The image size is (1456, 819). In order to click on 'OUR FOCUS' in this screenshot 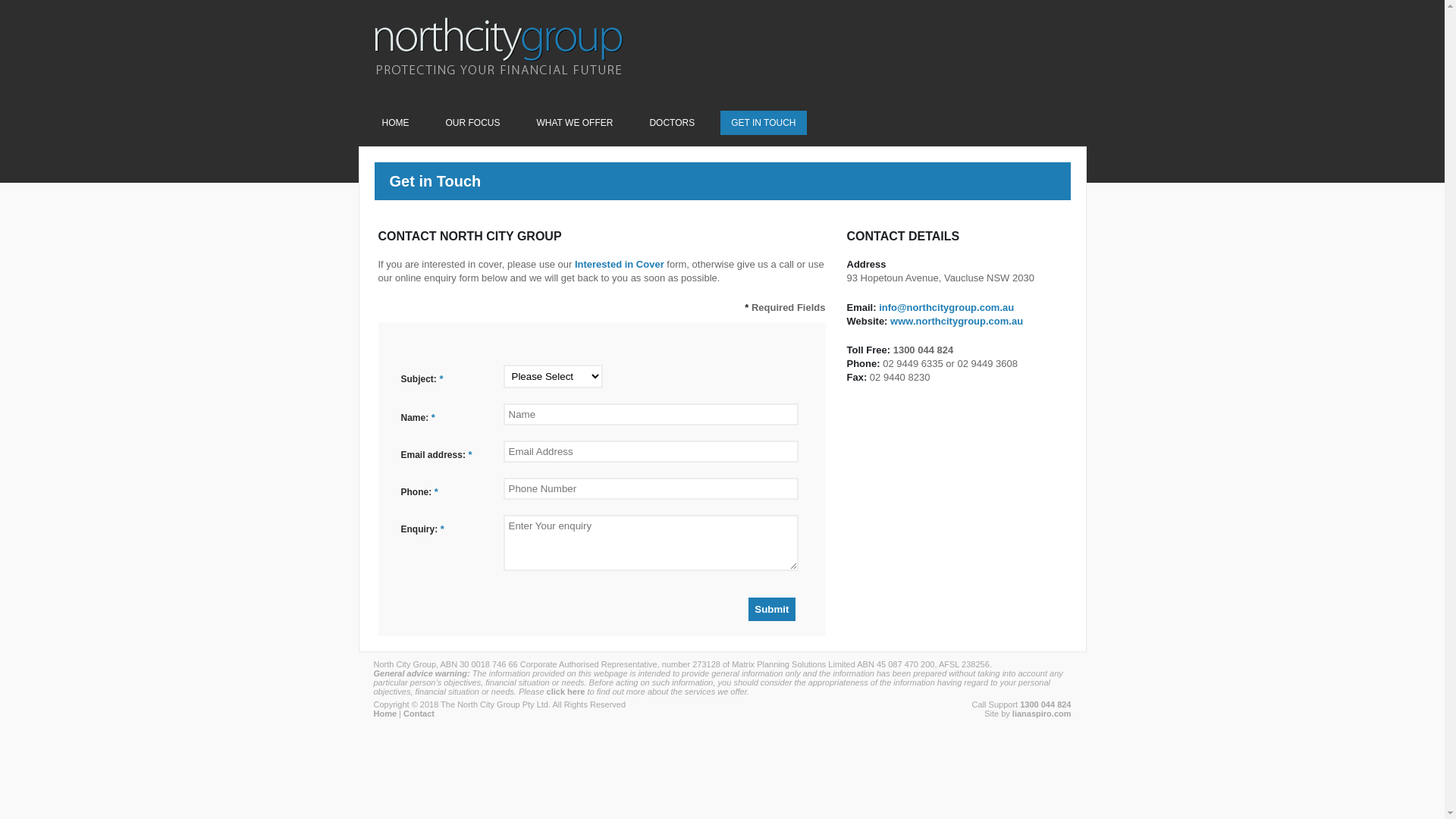, I will do `click(472, 122)`.